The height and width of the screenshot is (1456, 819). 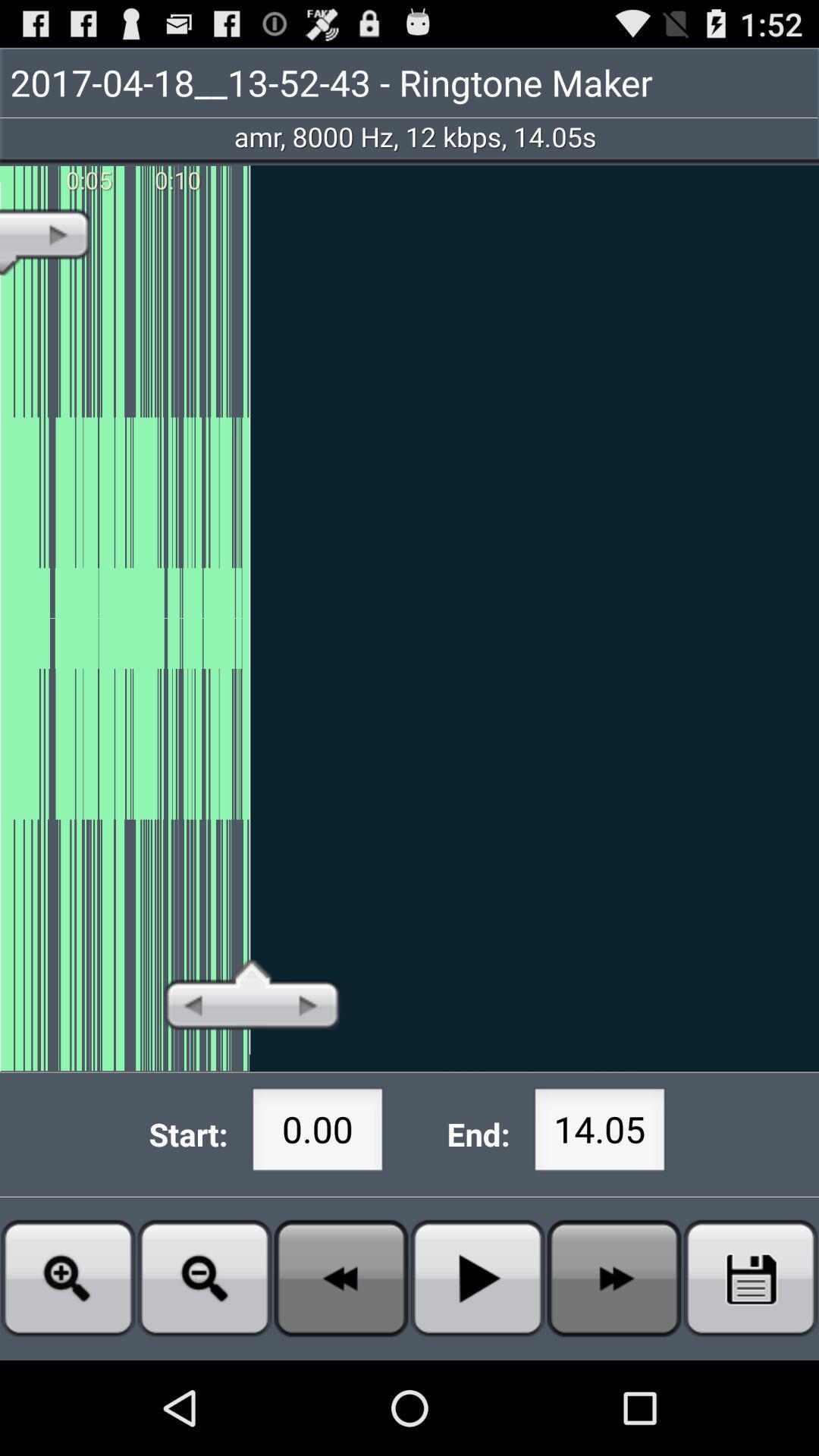 I want to click on the av_rewind icon, so click(x=341, y=1368).